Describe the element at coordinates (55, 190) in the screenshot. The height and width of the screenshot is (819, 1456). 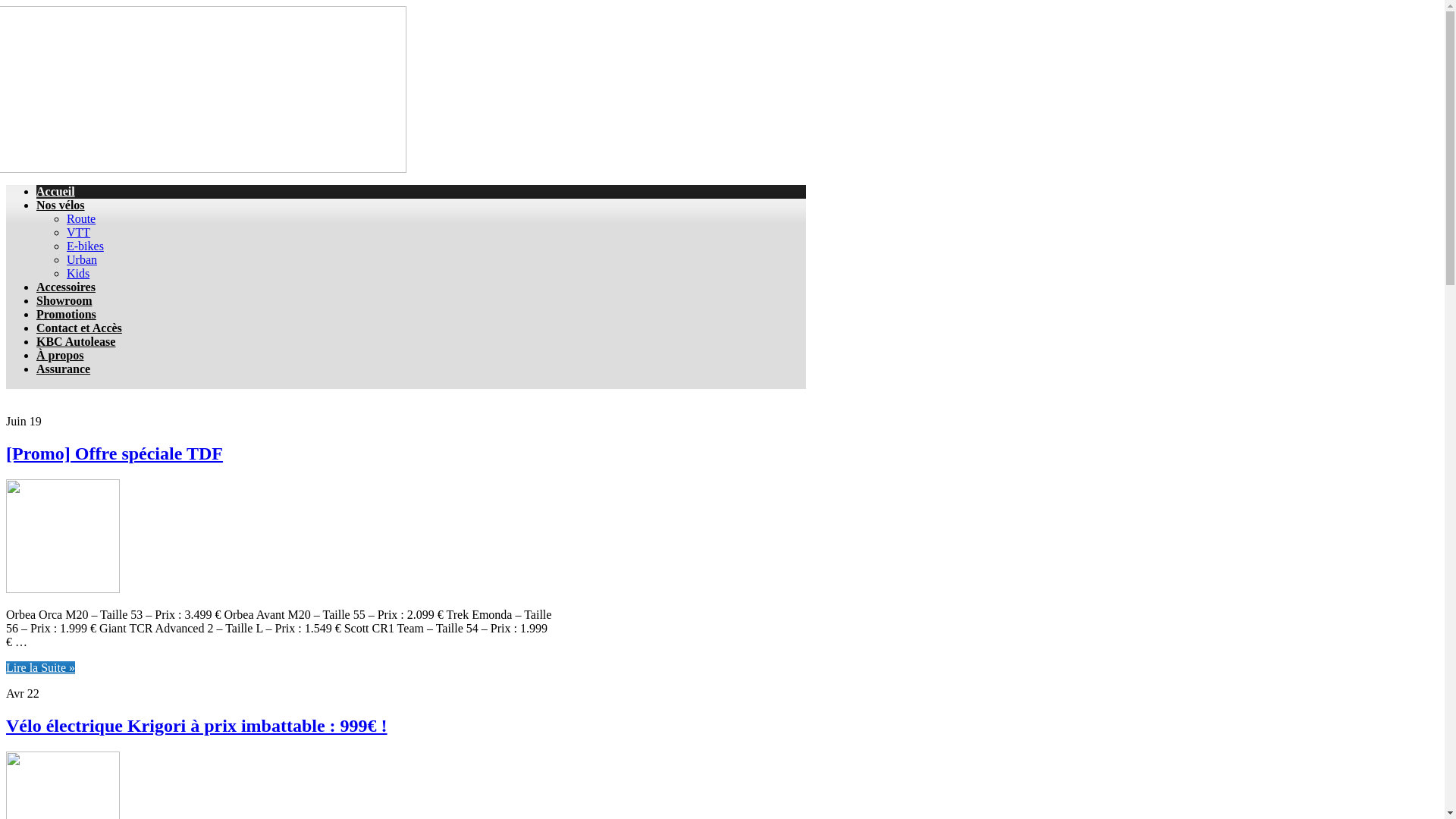
I see `'Accueil'` at that location.